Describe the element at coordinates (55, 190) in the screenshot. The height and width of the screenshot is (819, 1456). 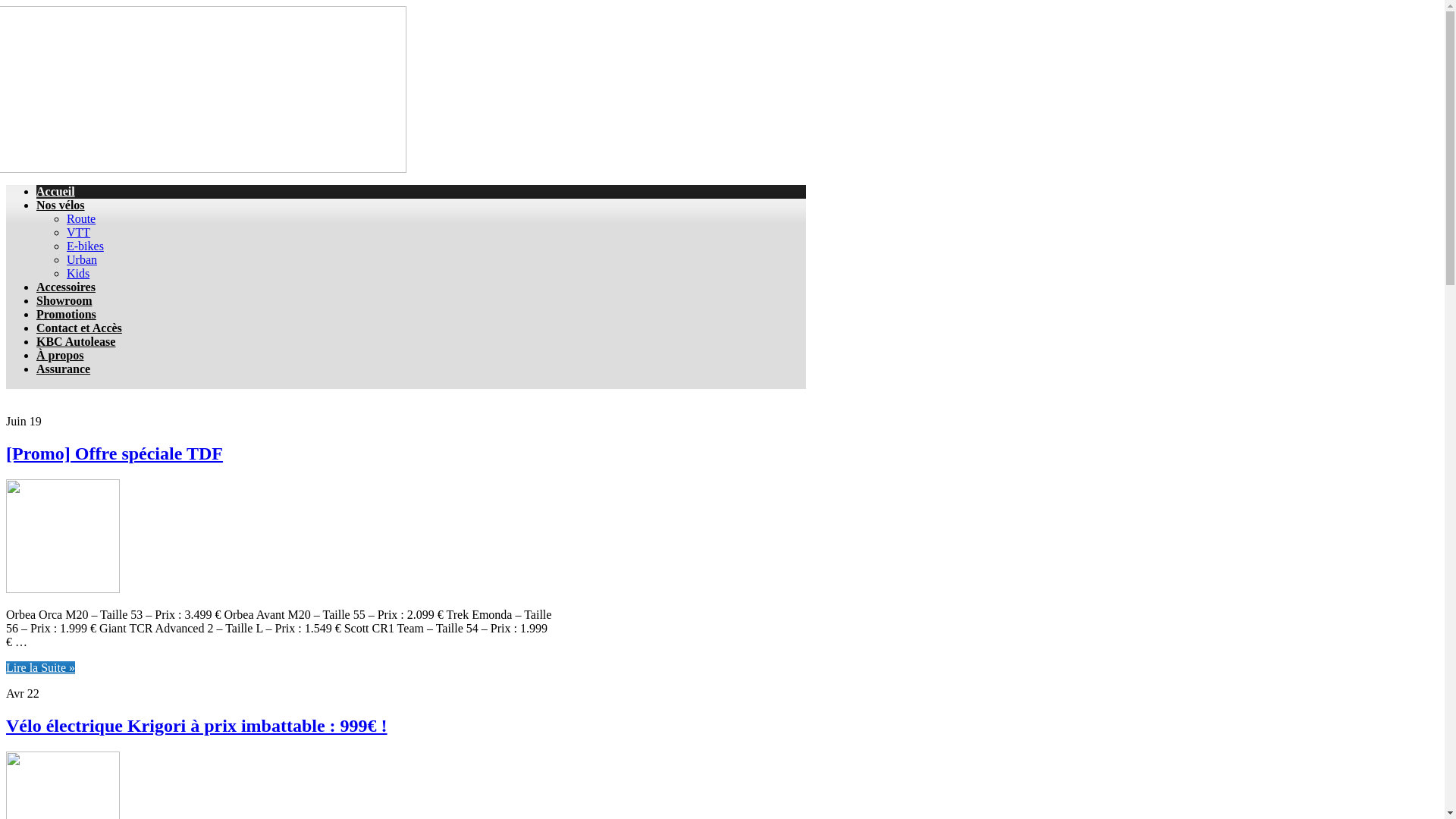
I see `'Accueil'` at that location.